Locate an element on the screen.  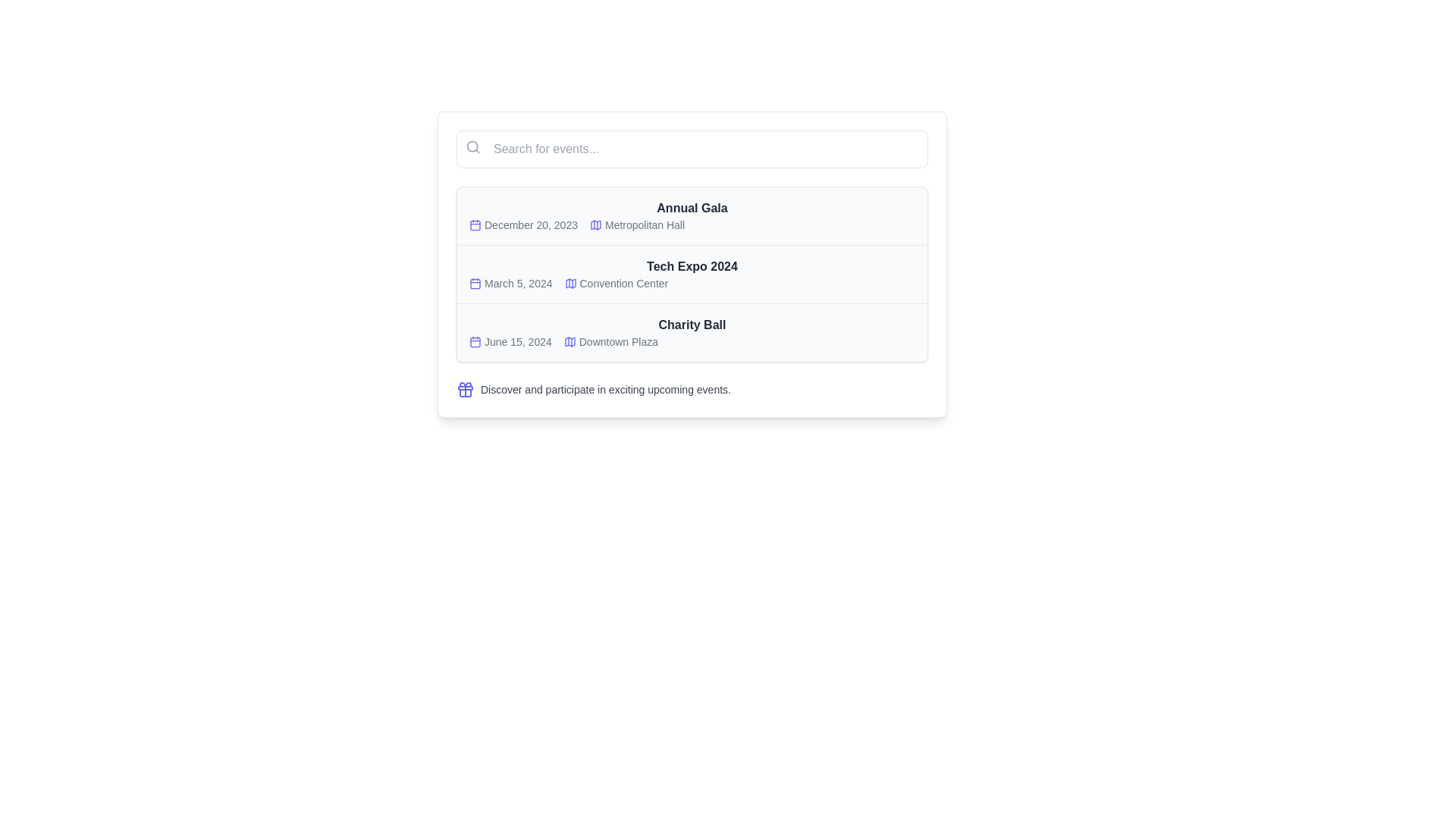
the calendar icon styled with a stroke outline and colored in indigo, located at the beginning of the text 'June 15, 2024' in the third row of events is located at coordinates (475, 342).